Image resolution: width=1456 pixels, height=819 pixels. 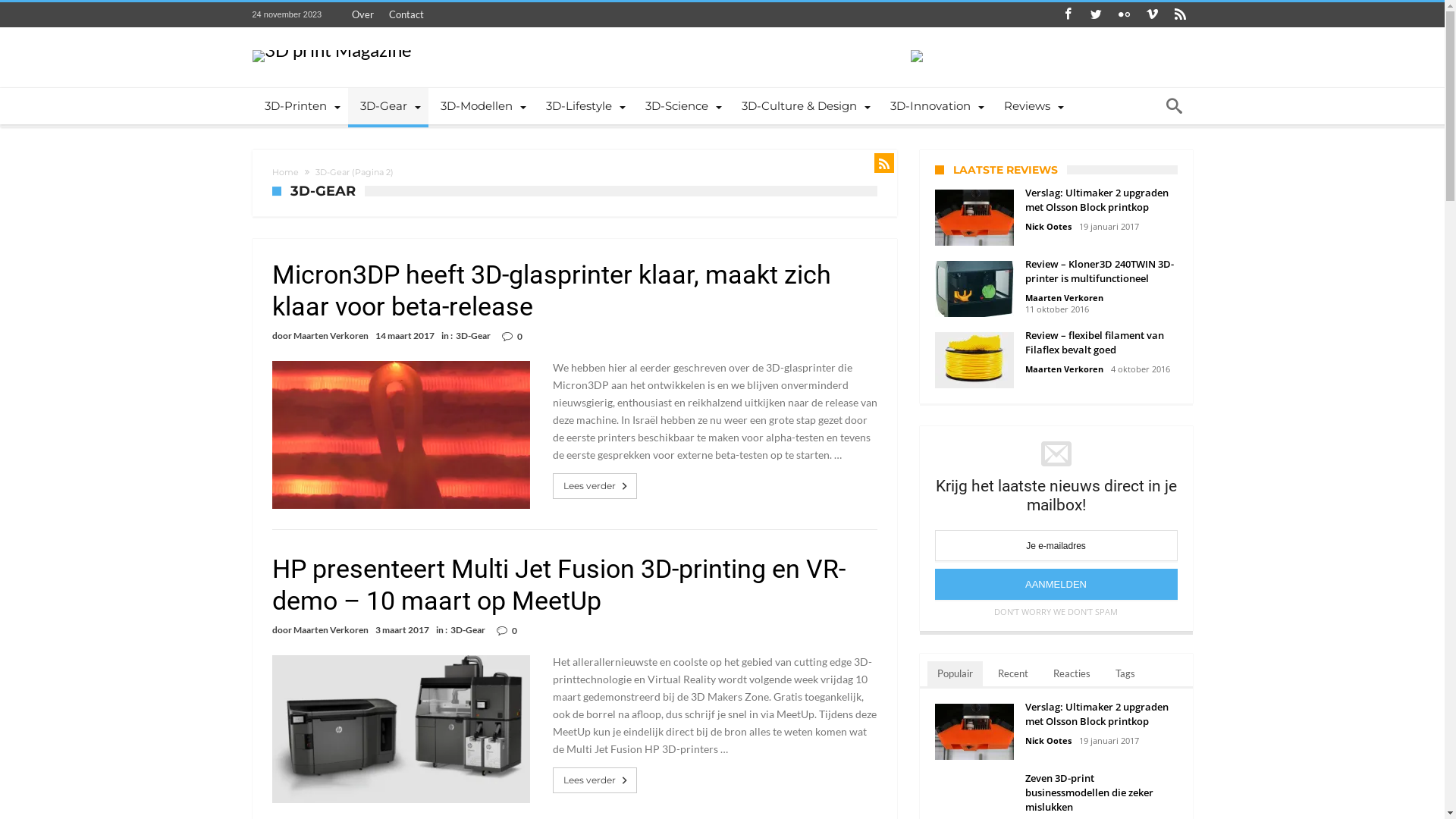 What do you see at coordinates (362, 14) in the screenshot?
I see `'Over'` at bounding box center [362, 14].